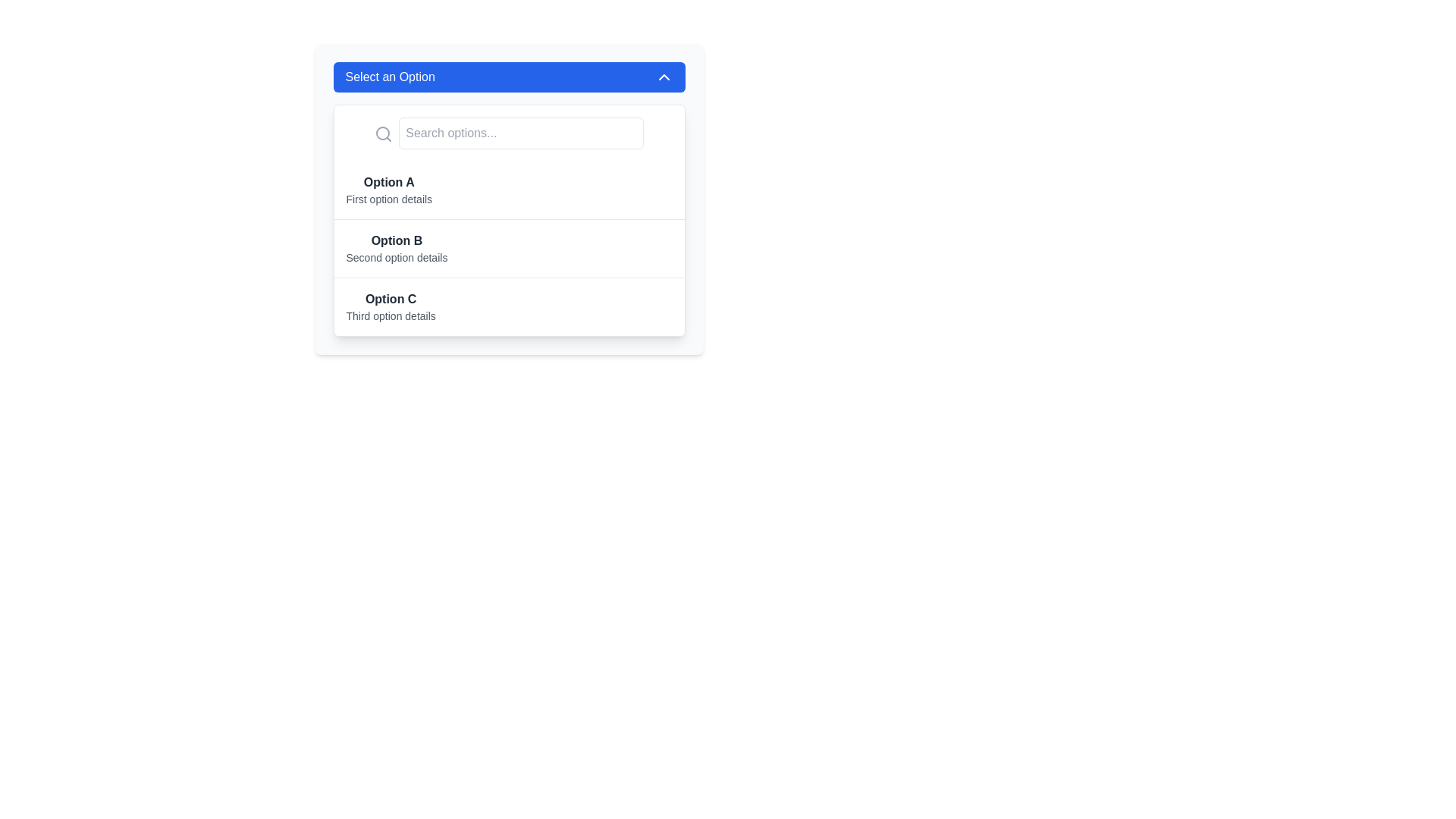  I want to click on the 'Option C' entry in the dropdown menu, so click(391, 307).